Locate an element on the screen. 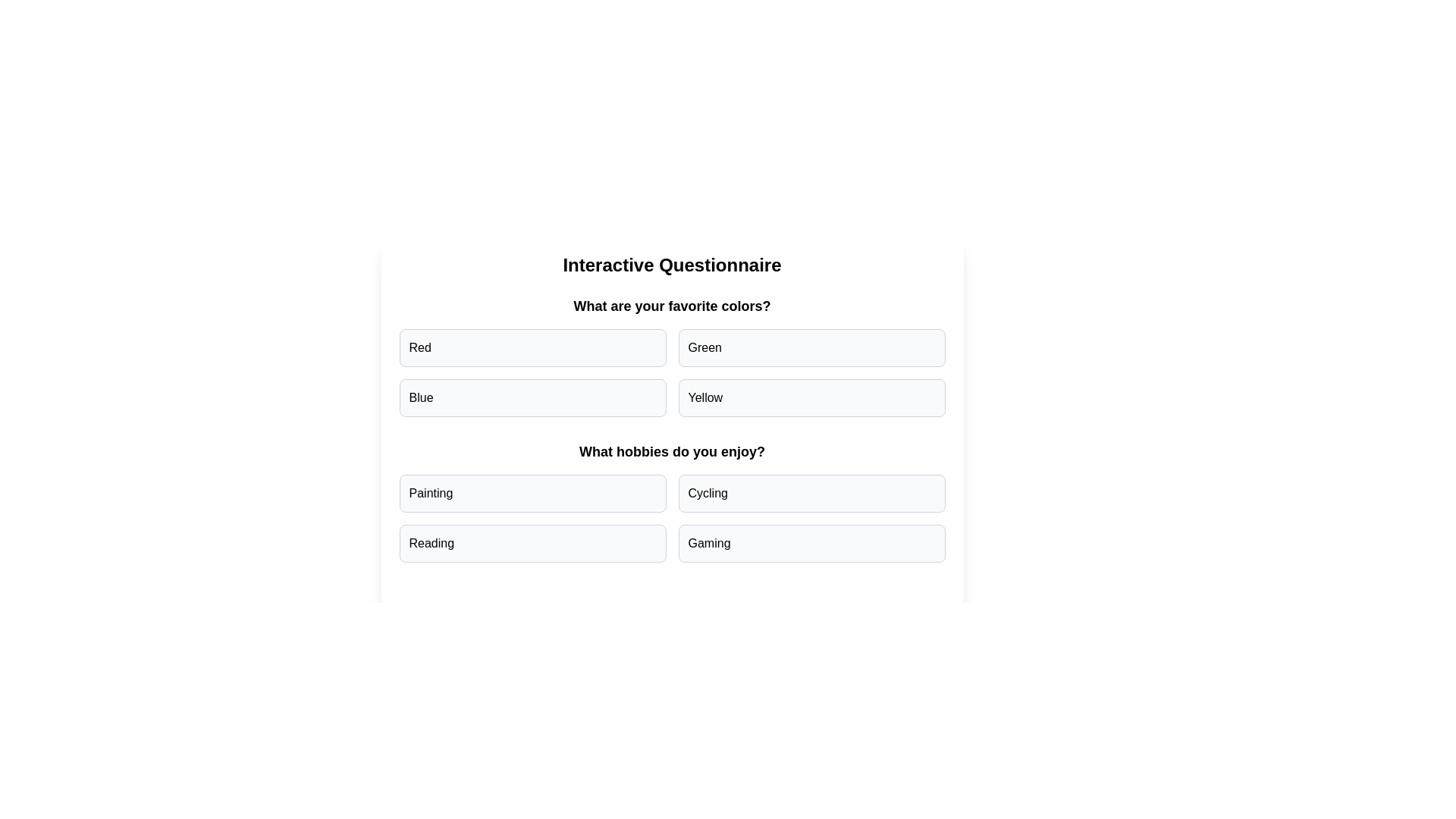 This screenshot has height=819, width=1456. the answer option Green for the question What are your favorite colors? is located at coordinates (811, 348).